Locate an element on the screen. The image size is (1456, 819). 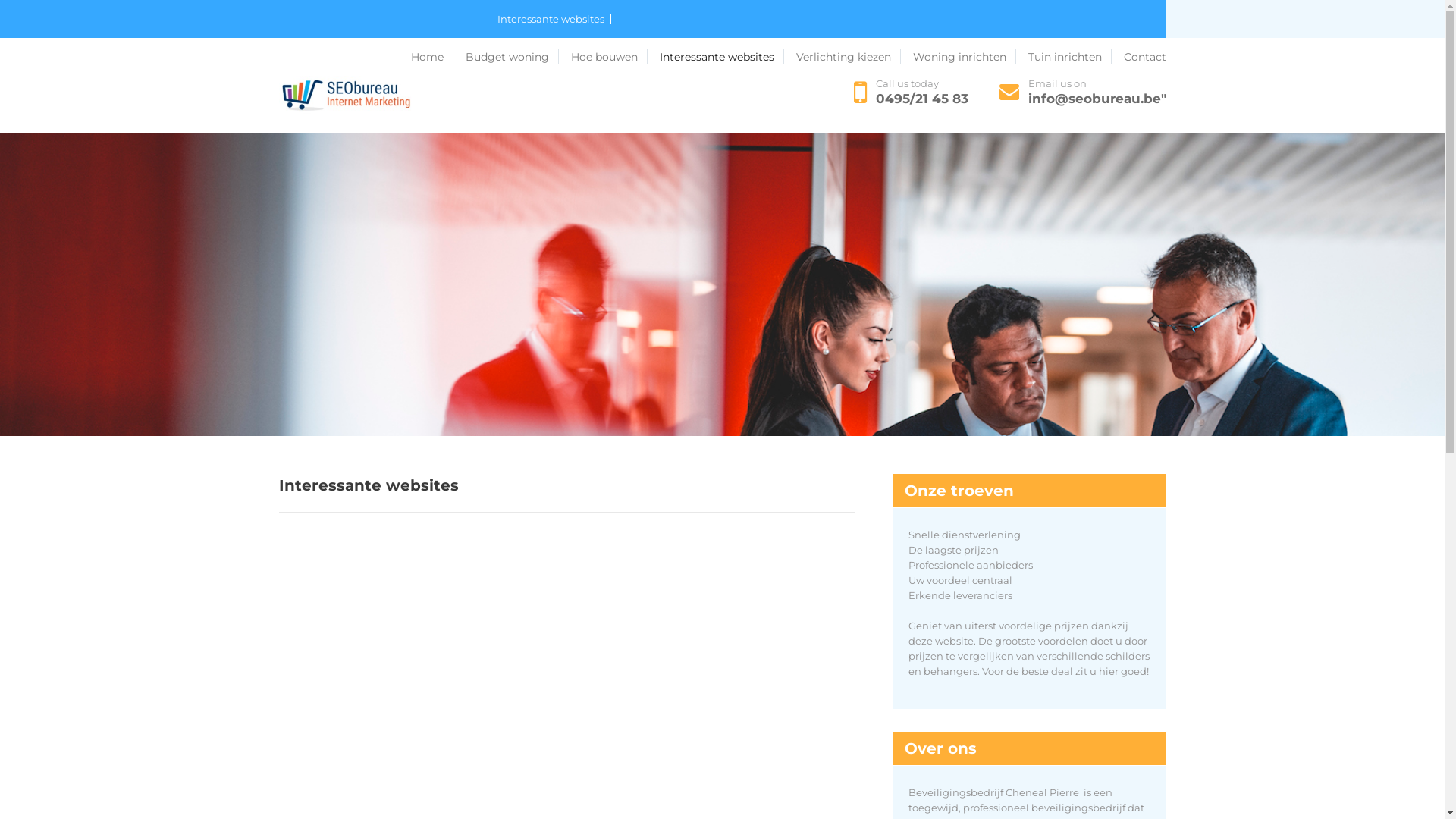
'Contact' is located at coordinates (1145, 55).